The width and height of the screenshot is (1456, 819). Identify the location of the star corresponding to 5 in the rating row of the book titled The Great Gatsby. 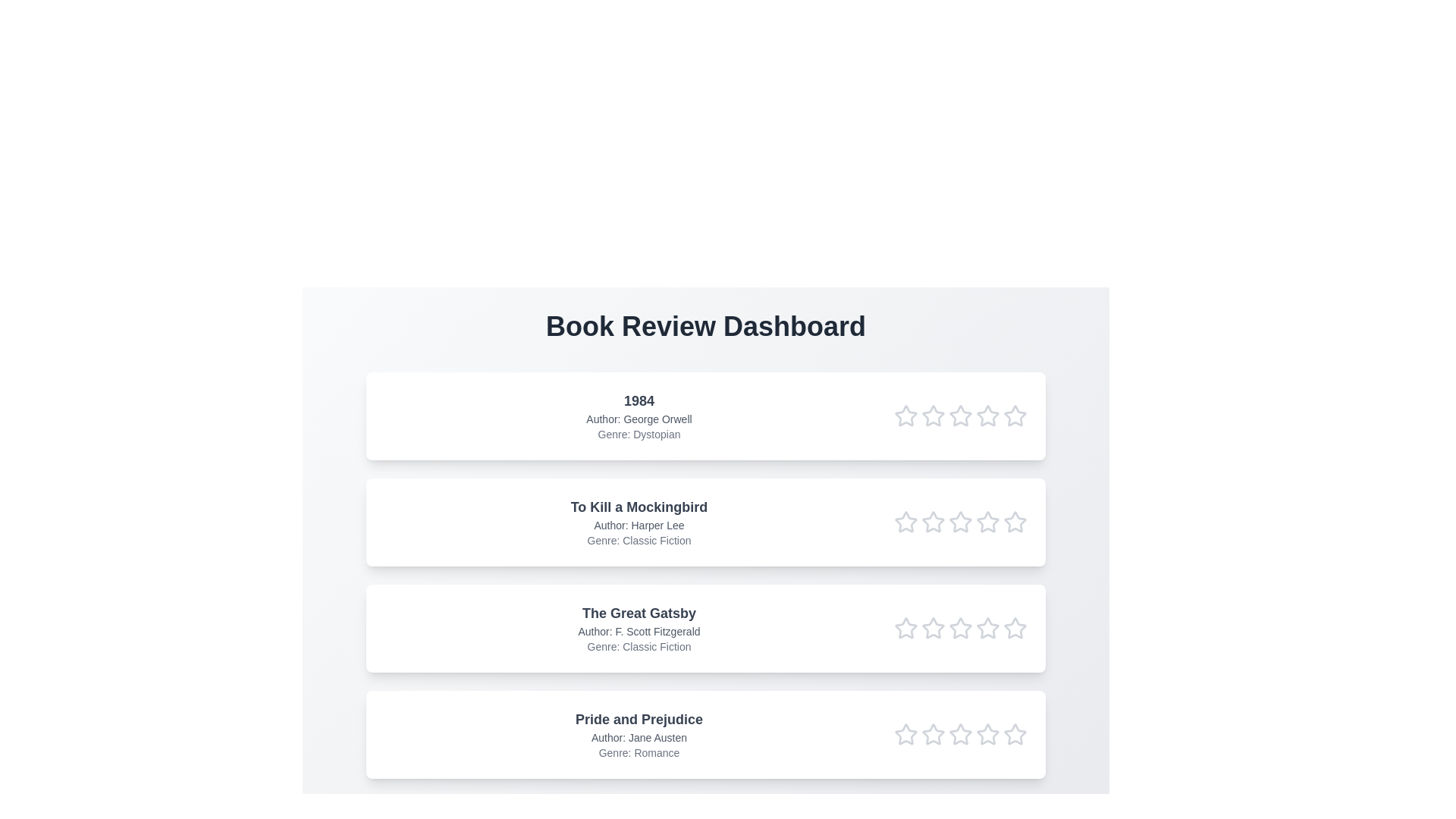
(1015, 629).